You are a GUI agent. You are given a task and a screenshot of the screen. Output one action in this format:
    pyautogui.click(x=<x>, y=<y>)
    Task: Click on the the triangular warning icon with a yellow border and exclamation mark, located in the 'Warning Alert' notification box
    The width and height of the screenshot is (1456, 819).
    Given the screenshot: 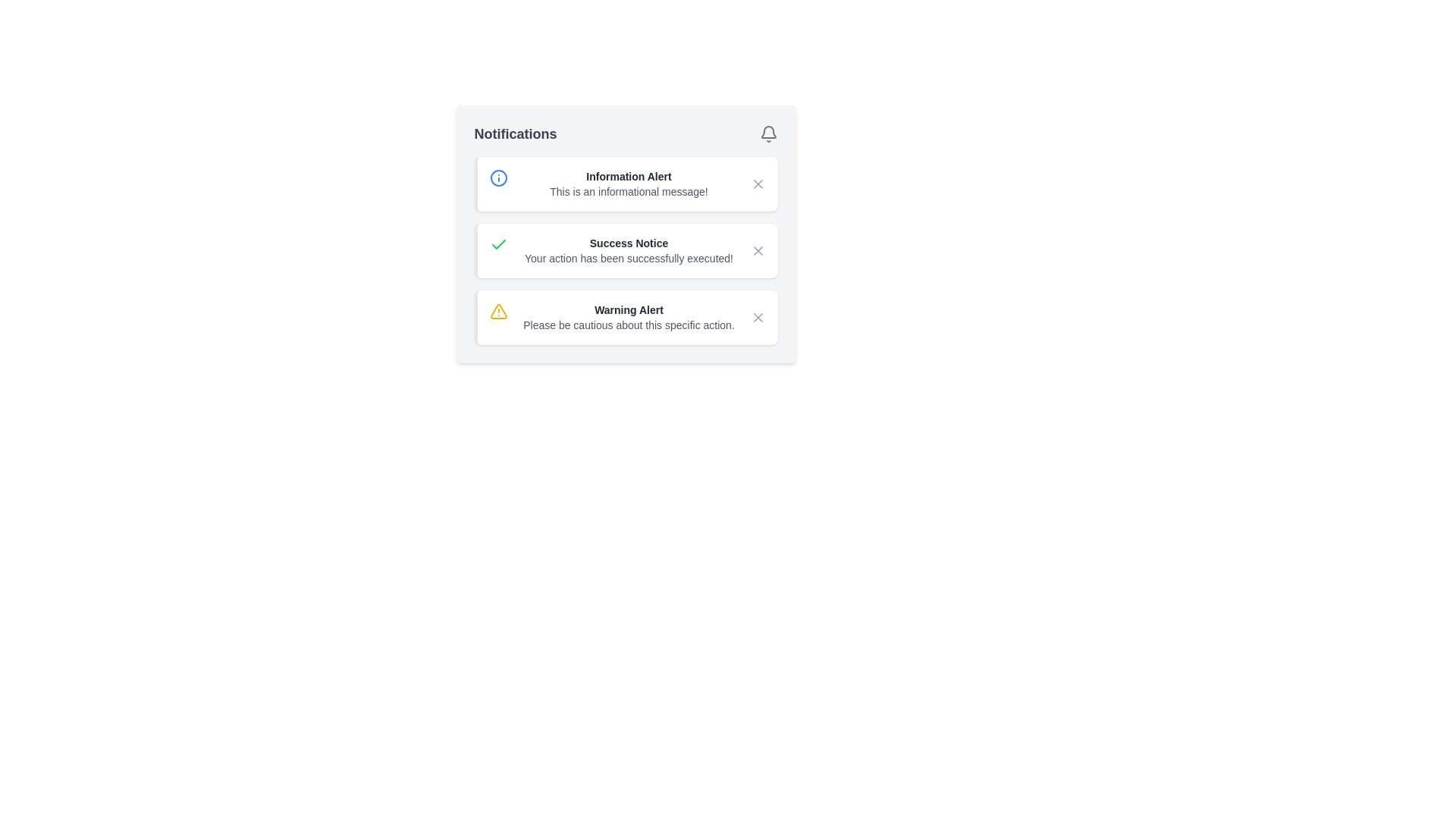 What is the action you would take?
    pyautogui.click(x=498, y=317)
    